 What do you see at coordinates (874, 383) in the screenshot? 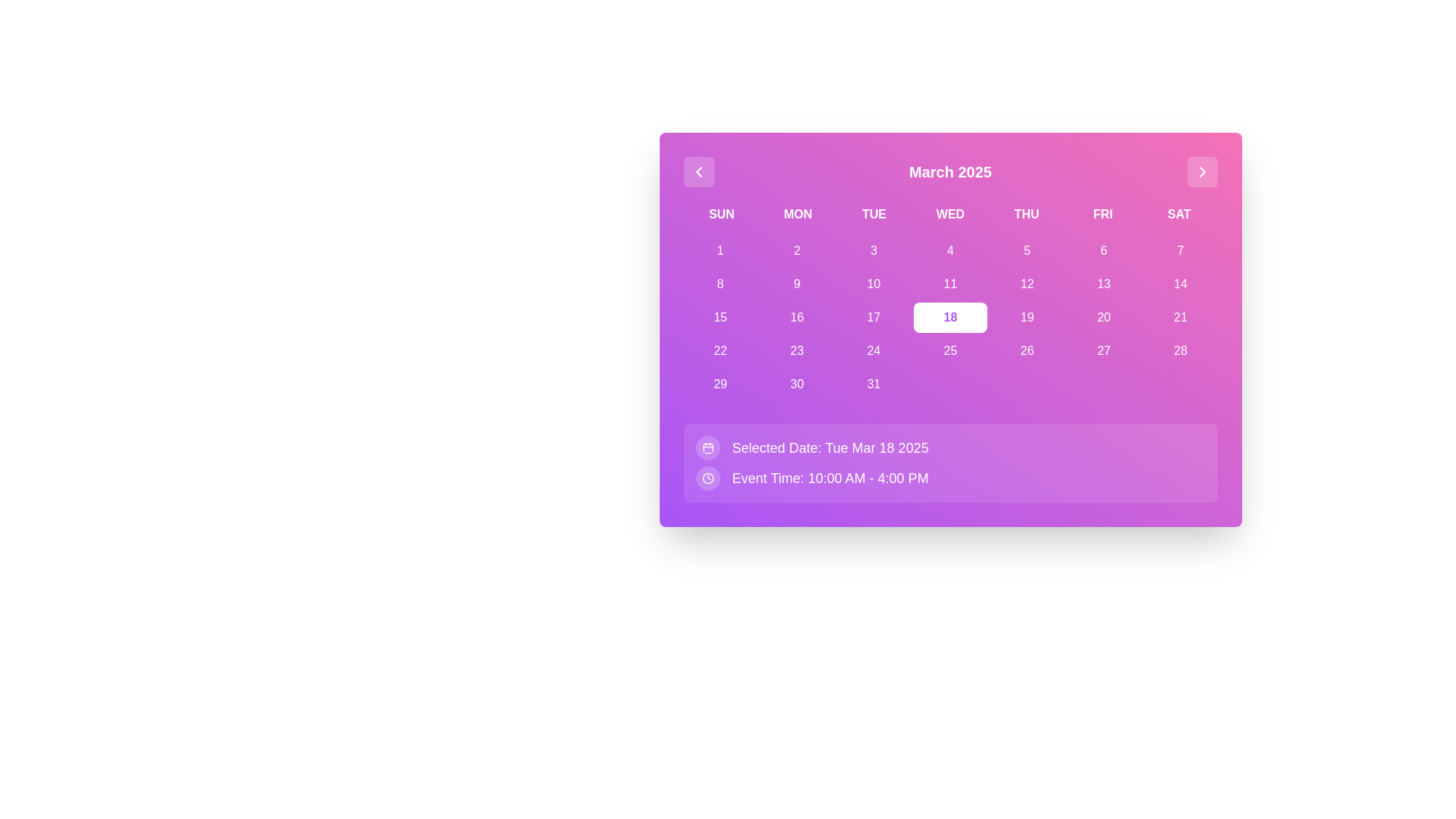
I see `the interactive calendar date cell displaying '31' in white text on a purple background` at bounding box center [874, 383].